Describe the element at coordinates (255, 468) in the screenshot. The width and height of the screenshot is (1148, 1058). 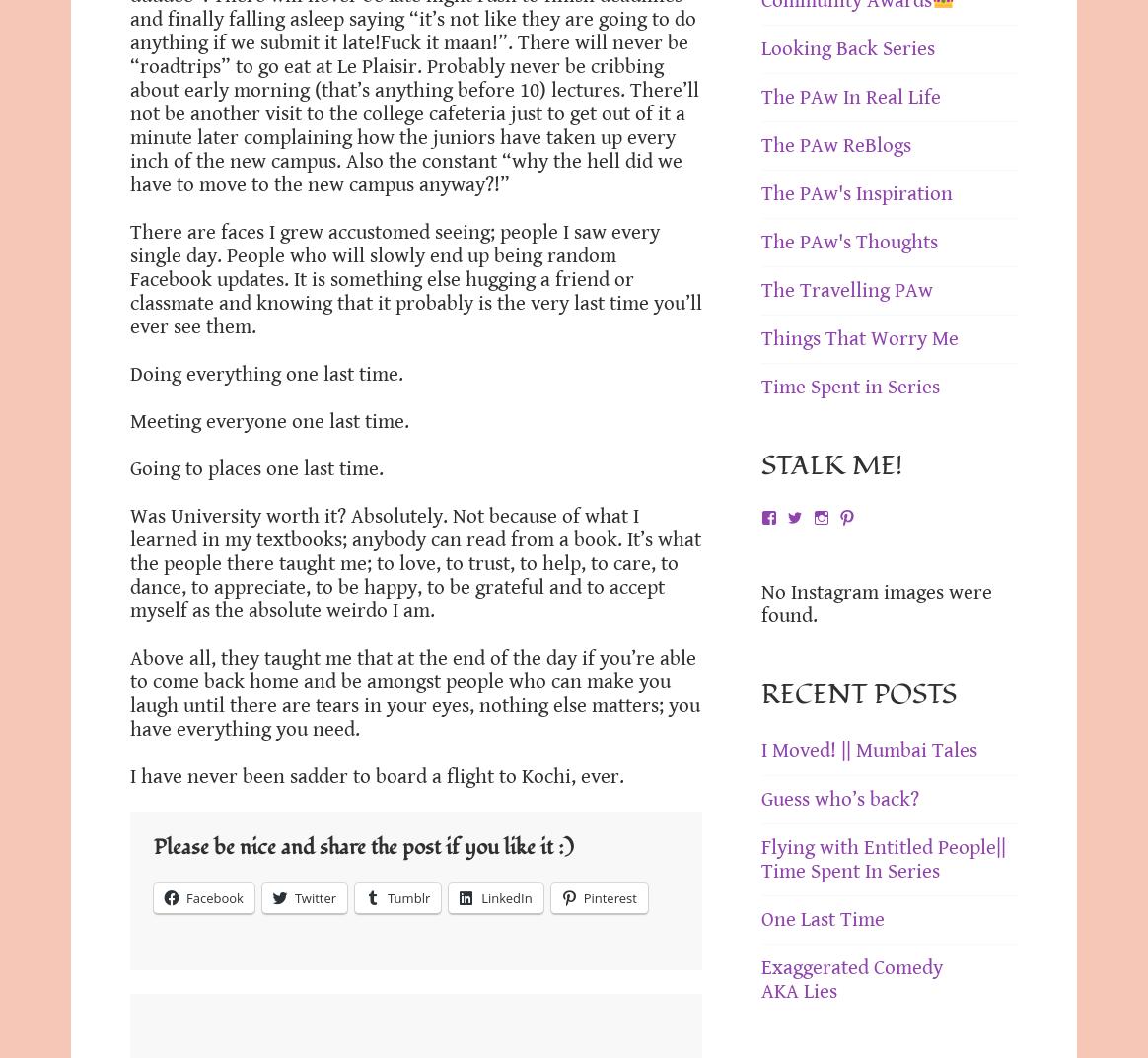
I see `'Going to places one last time.'` at that location.